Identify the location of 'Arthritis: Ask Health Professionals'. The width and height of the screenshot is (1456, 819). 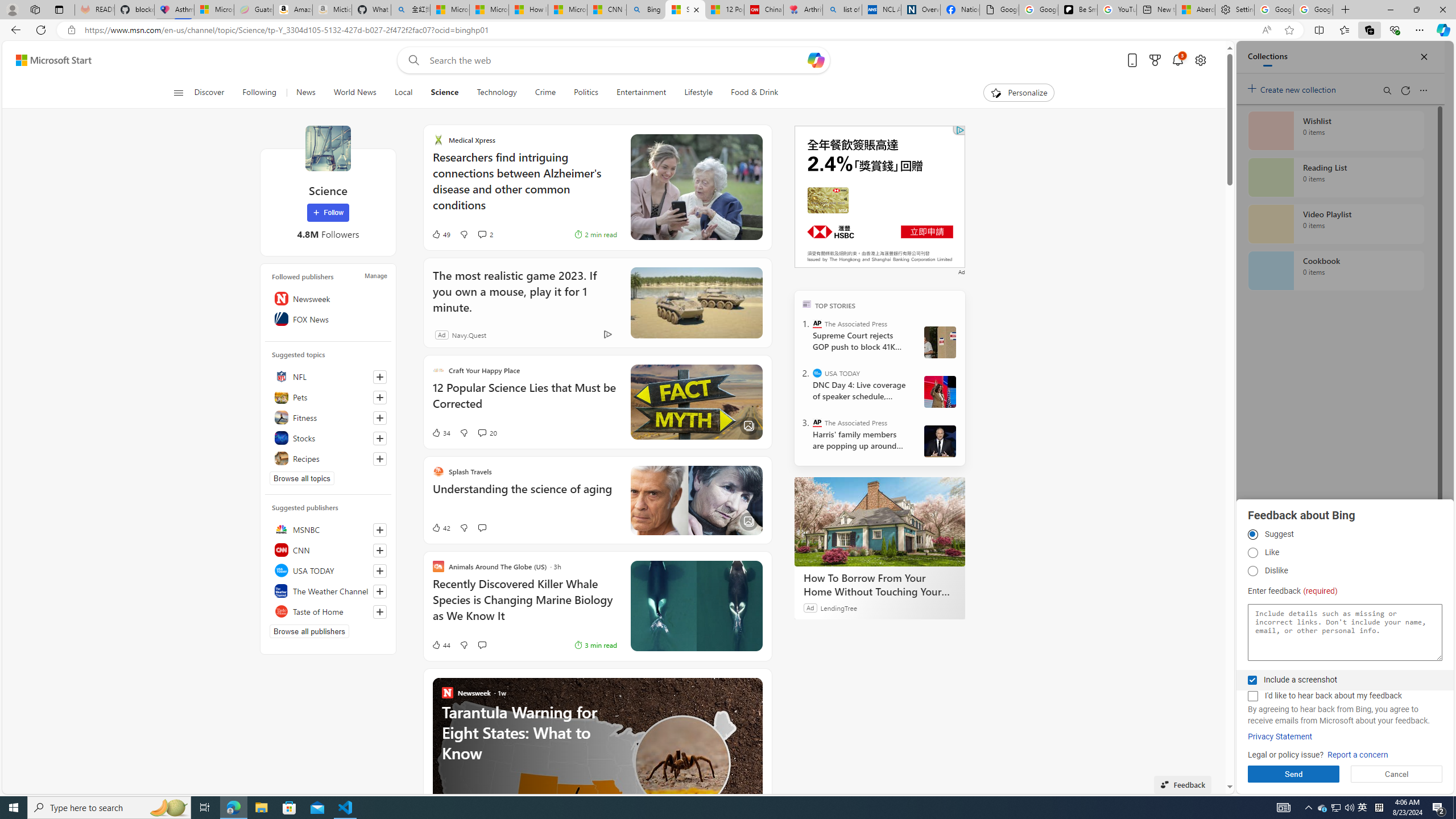
(802, 9).